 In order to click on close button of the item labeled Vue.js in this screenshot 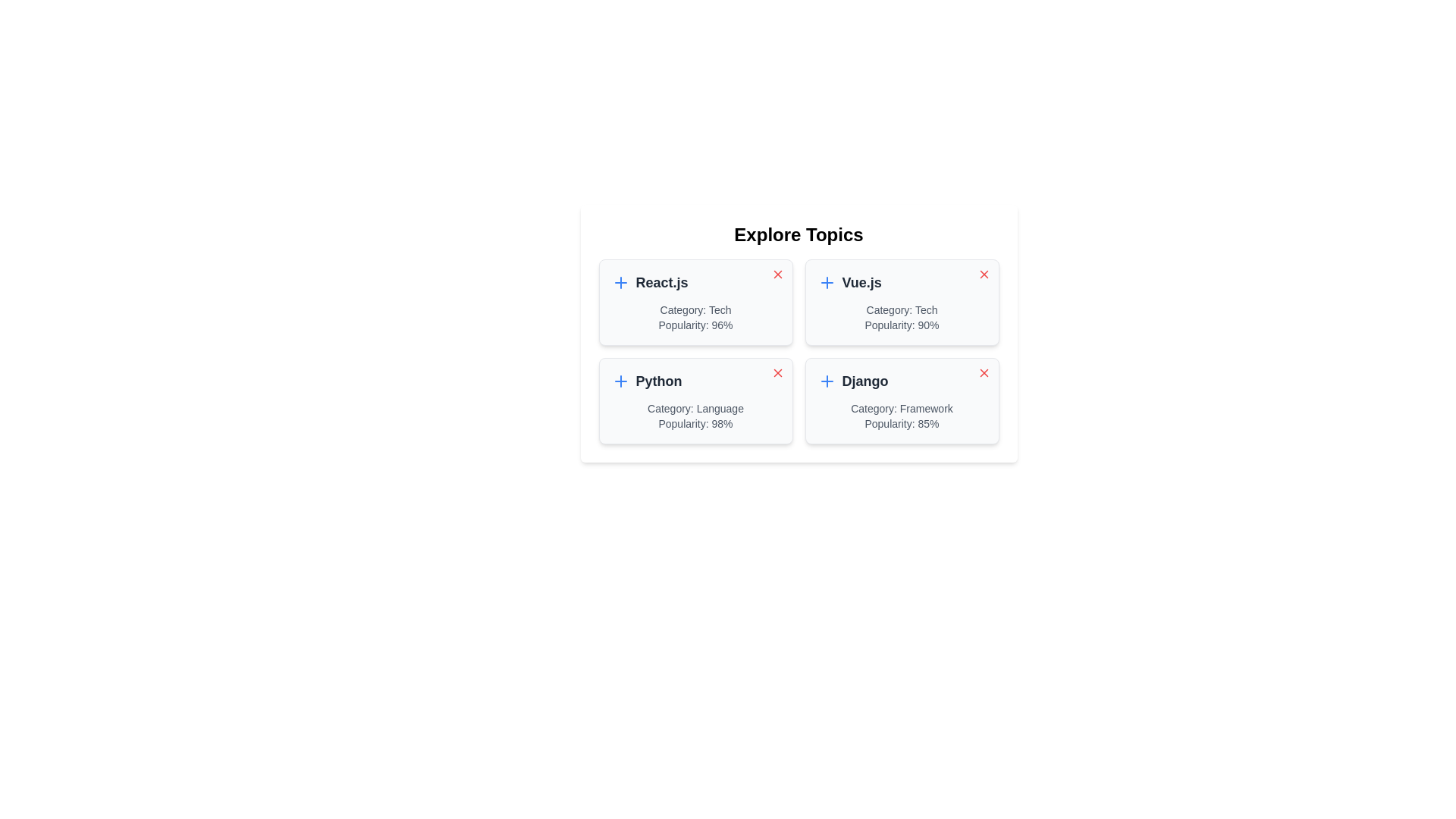, I will do `click(984, 275)`.